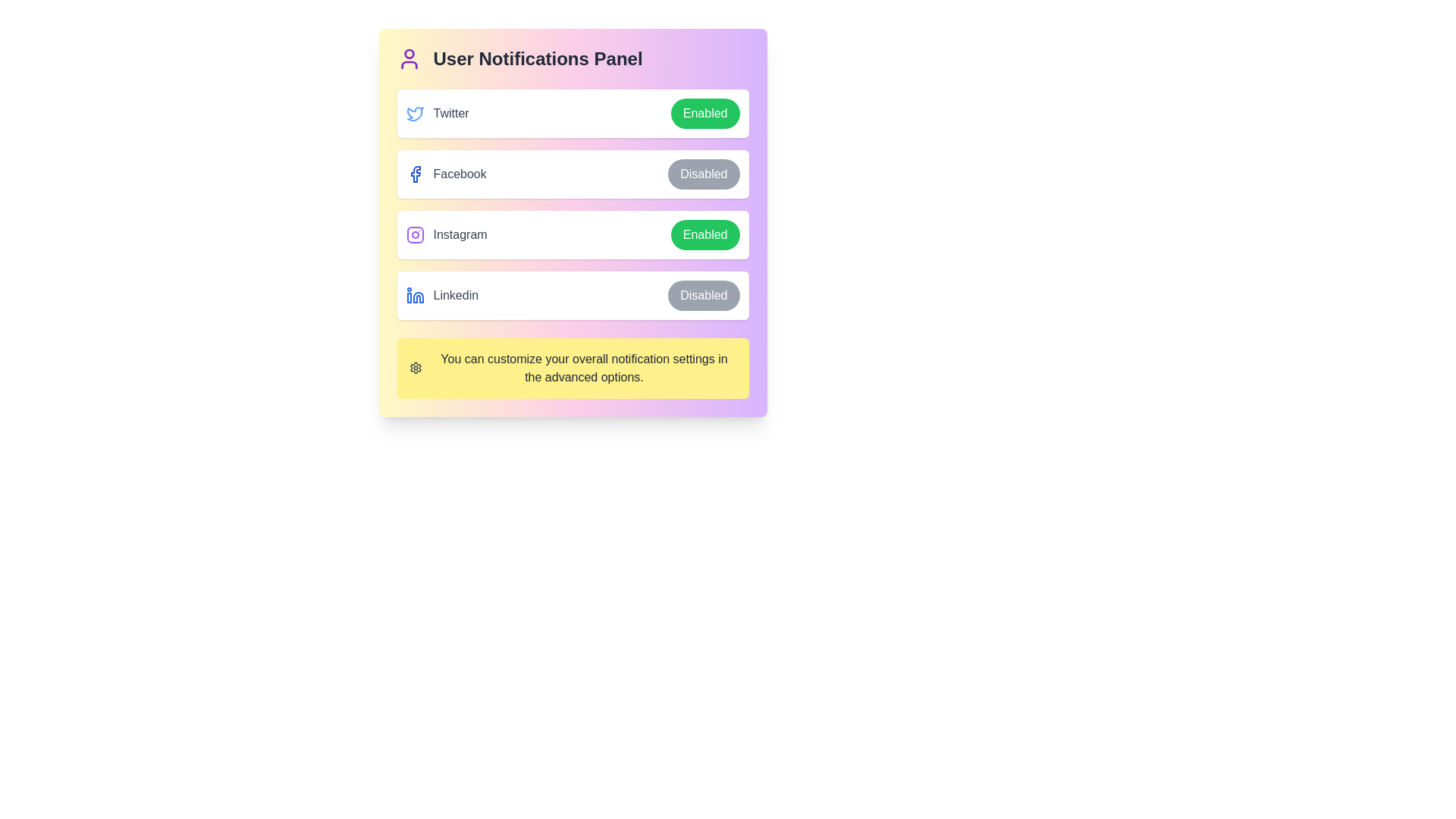 Image resolution: width=1456 pixels, height=819 pixels. What do you see at coordinates (437, 113) in the screenshot?
I see `the Twitter icon in the User Notifications Panel, which is a List item with an icon and text, located above the rows for Facebook, Instagram, and LinkedIn and to the left of the 'Enabled' button` at bounding box center [437, 113].